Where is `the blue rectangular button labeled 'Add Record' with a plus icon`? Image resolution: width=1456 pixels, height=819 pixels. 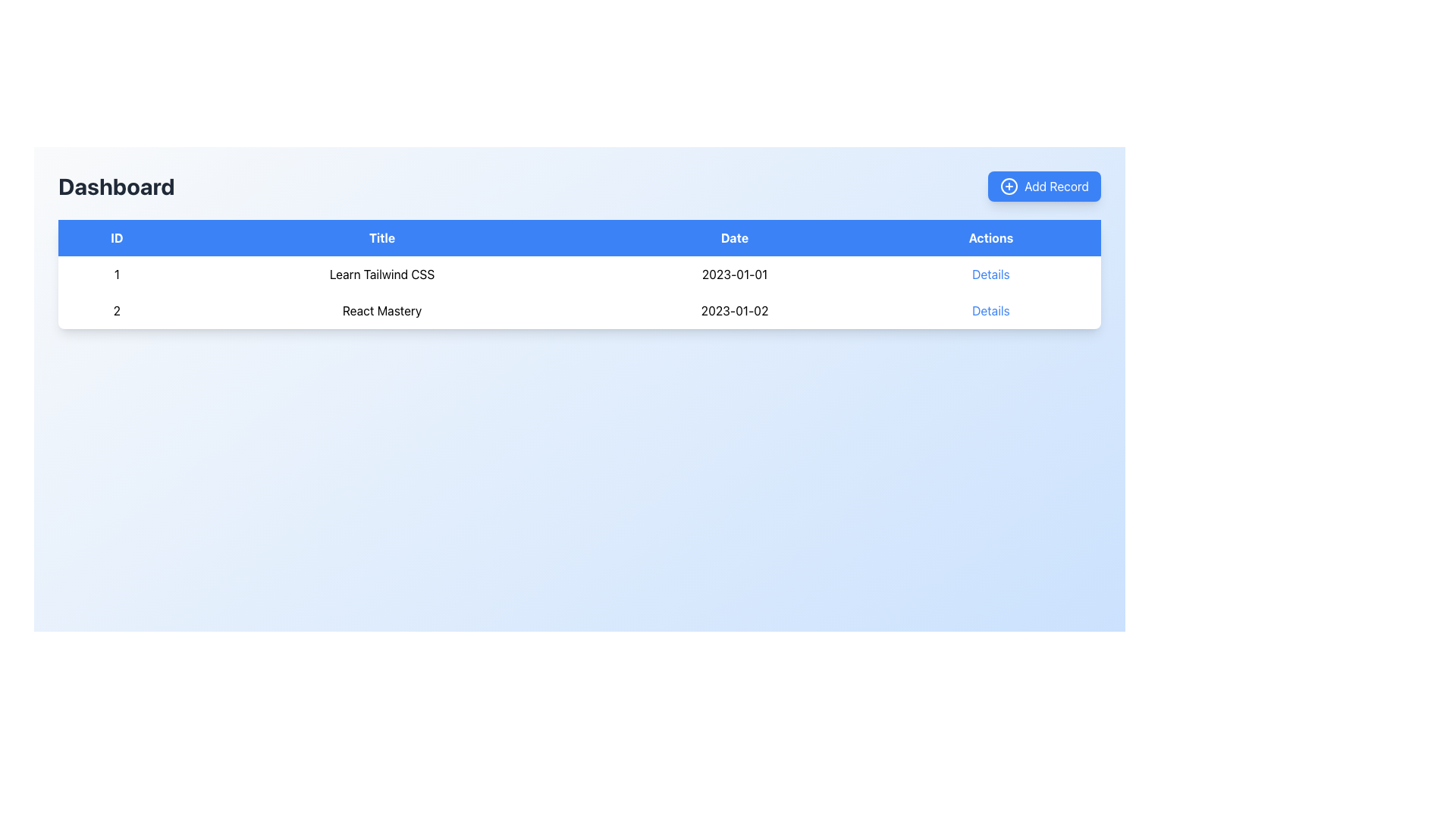
the blue rectangular button labeled 'Add Record' with a plus icon is located at coordinates (1043, 186).